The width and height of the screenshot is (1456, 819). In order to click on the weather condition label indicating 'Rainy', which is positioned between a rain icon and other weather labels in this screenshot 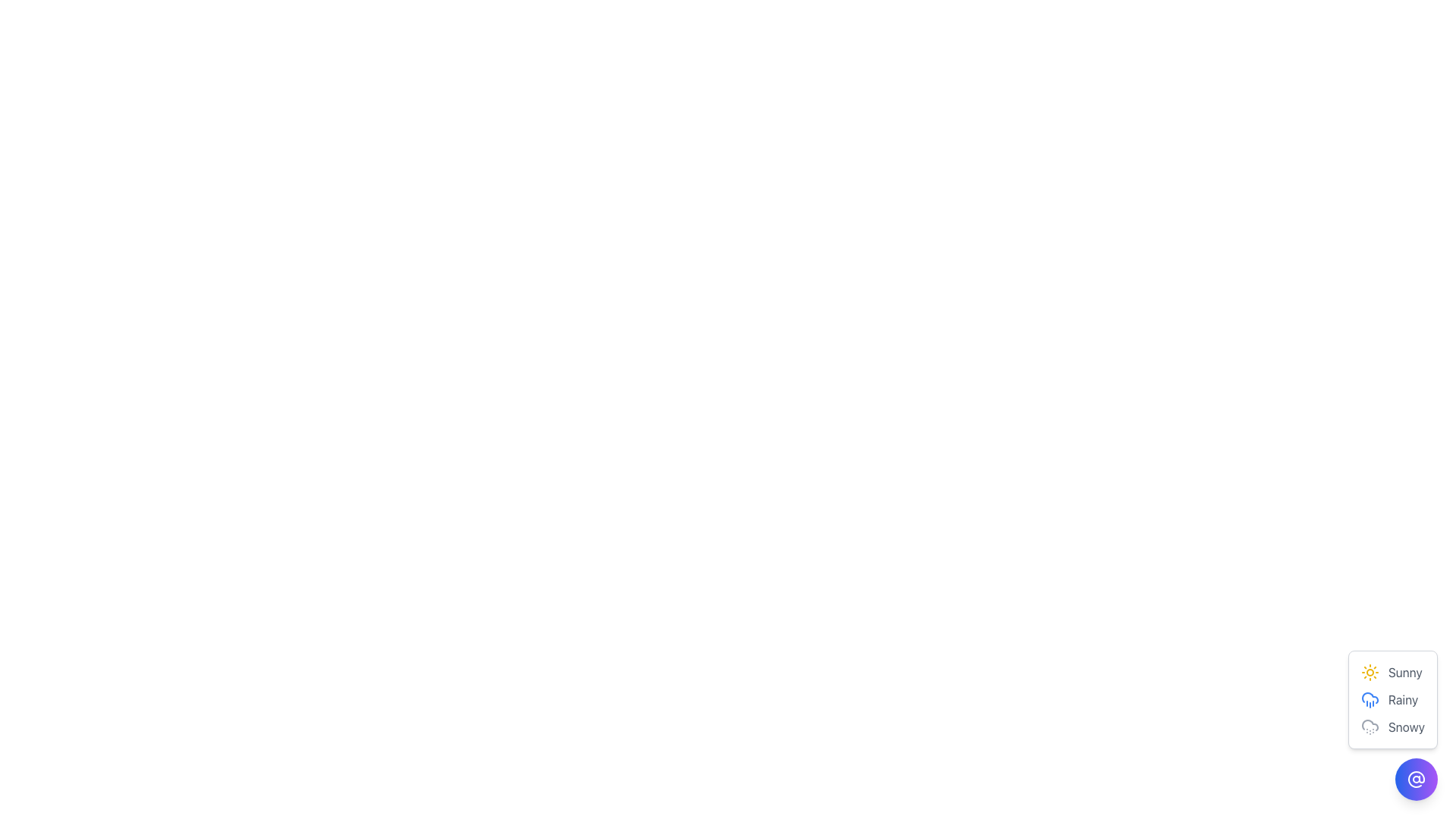, I will do `click(1402, 699)`.